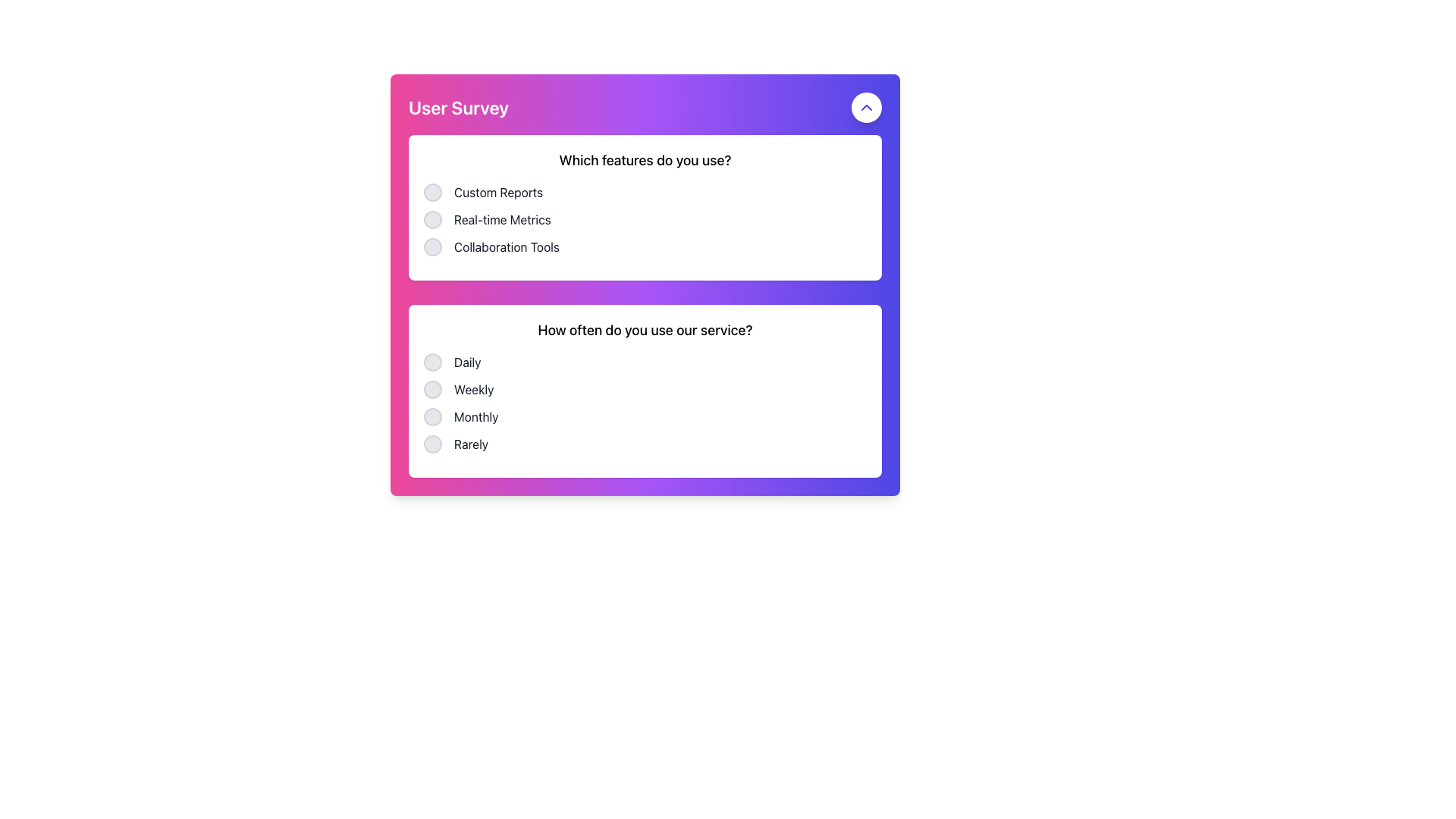  I want to click on the first selectable item in the 'Which features do you use?' list, so click(645, 192).